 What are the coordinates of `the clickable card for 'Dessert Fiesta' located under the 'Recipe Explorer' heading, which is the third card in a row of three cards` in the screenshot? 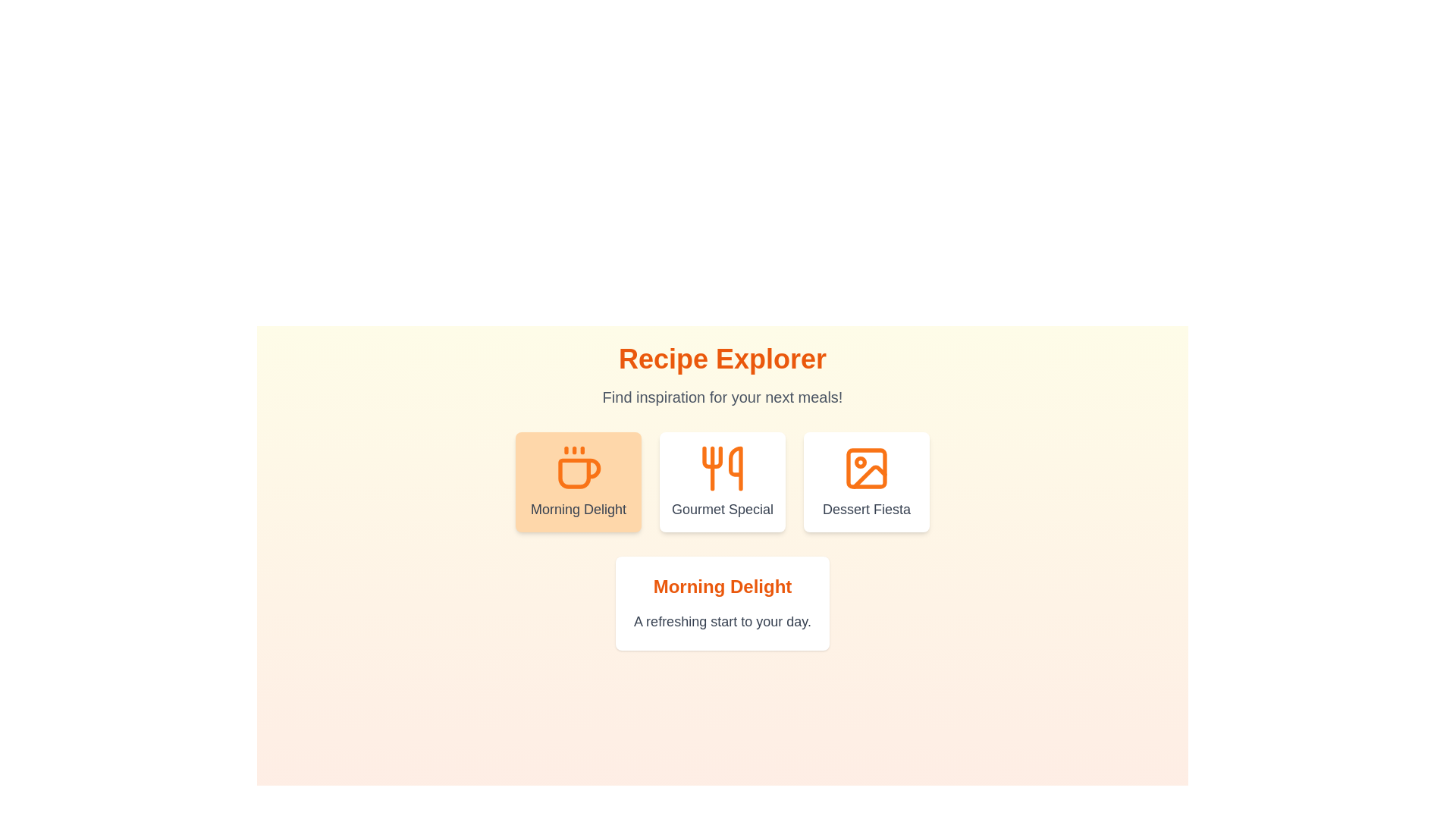 It's located at (866, 482).